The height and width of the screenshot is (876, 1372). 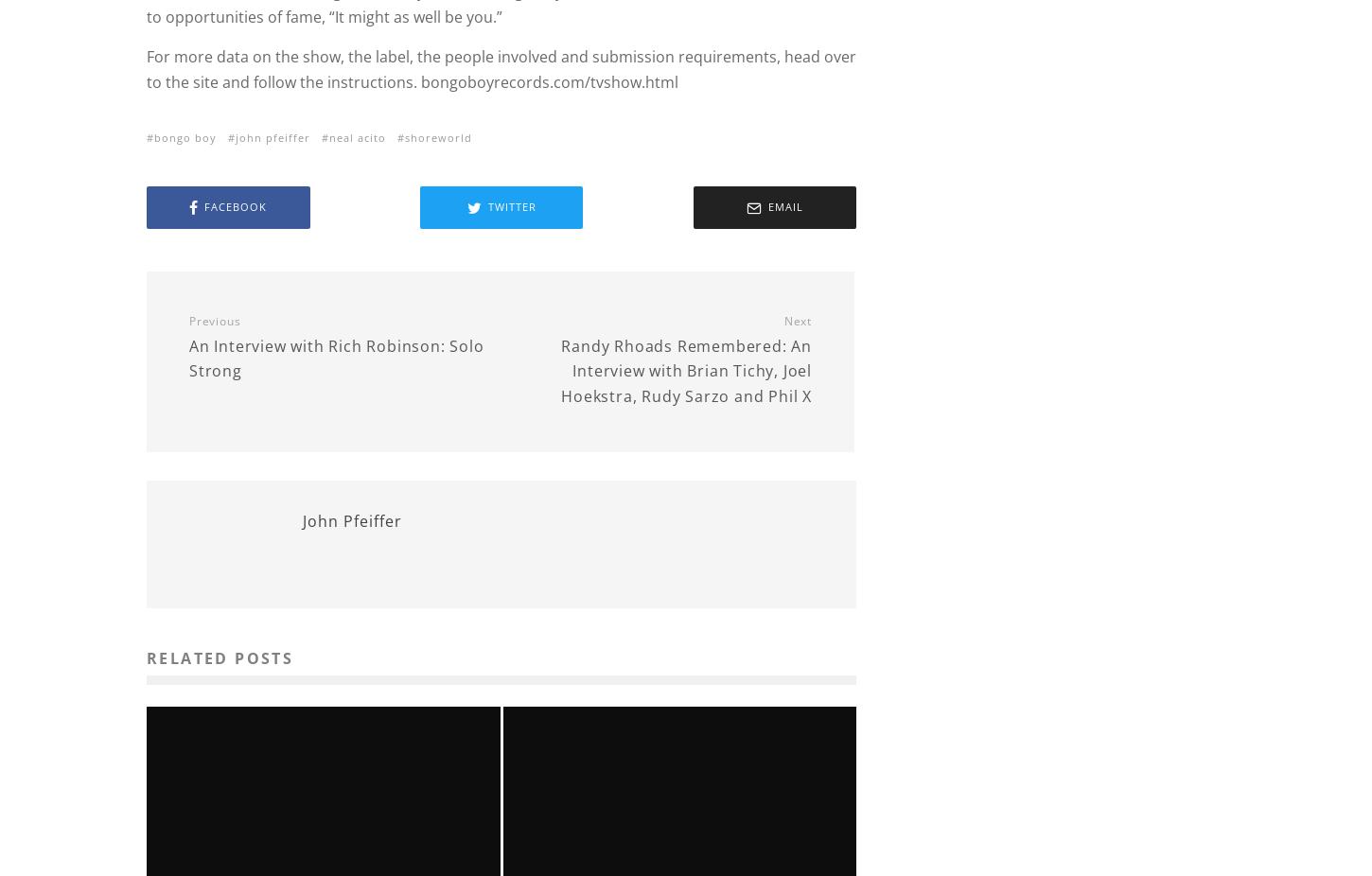 What do you see at coordinates (273, 135) in the screenshot?
I see `'john pfeiffer'` at bounding box center [273, 135].